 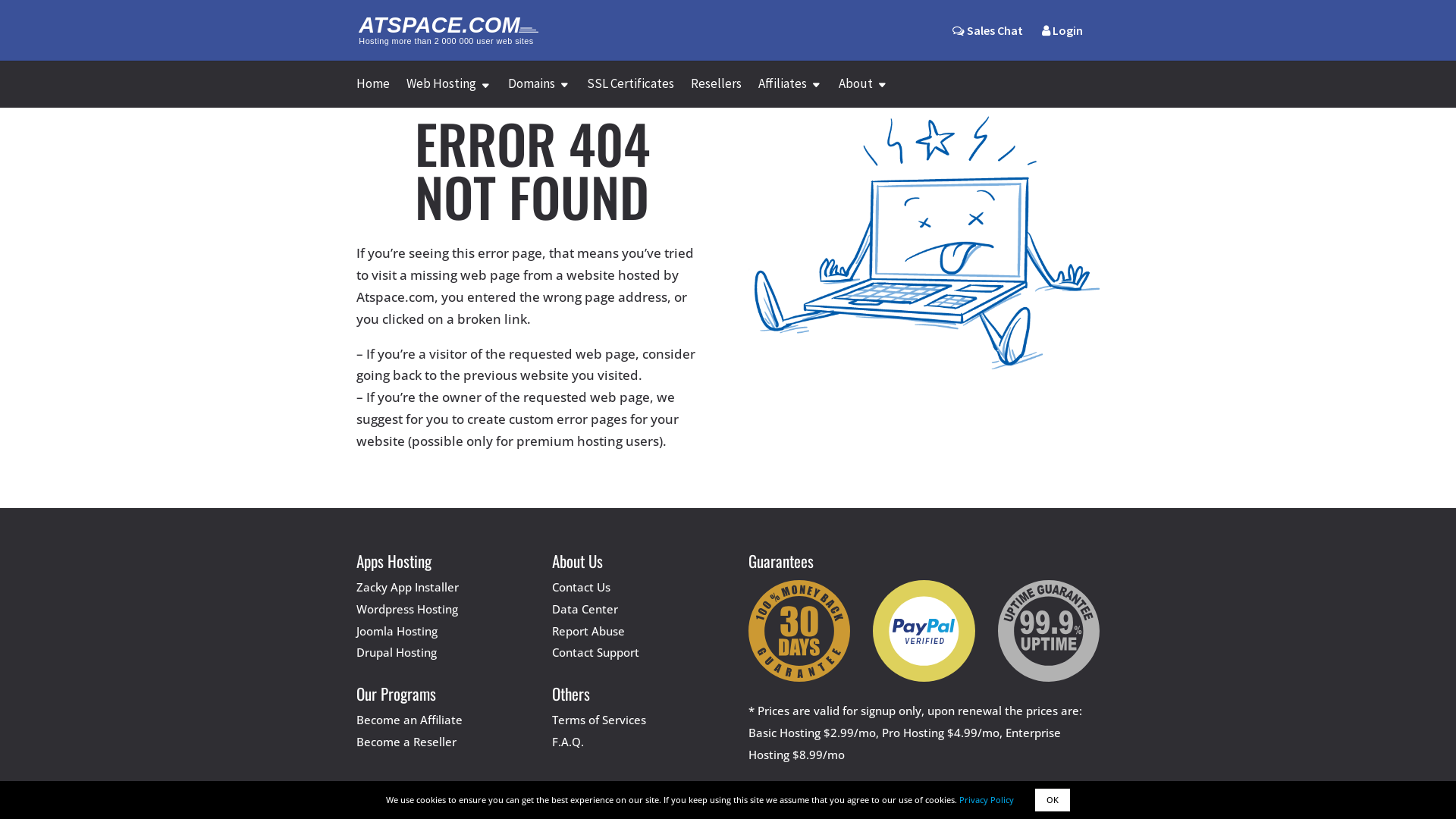 What do you see at coordinates (588, 631) in the screenshot?
I see `'Report Abuse'` at bounding box center [588, 631].